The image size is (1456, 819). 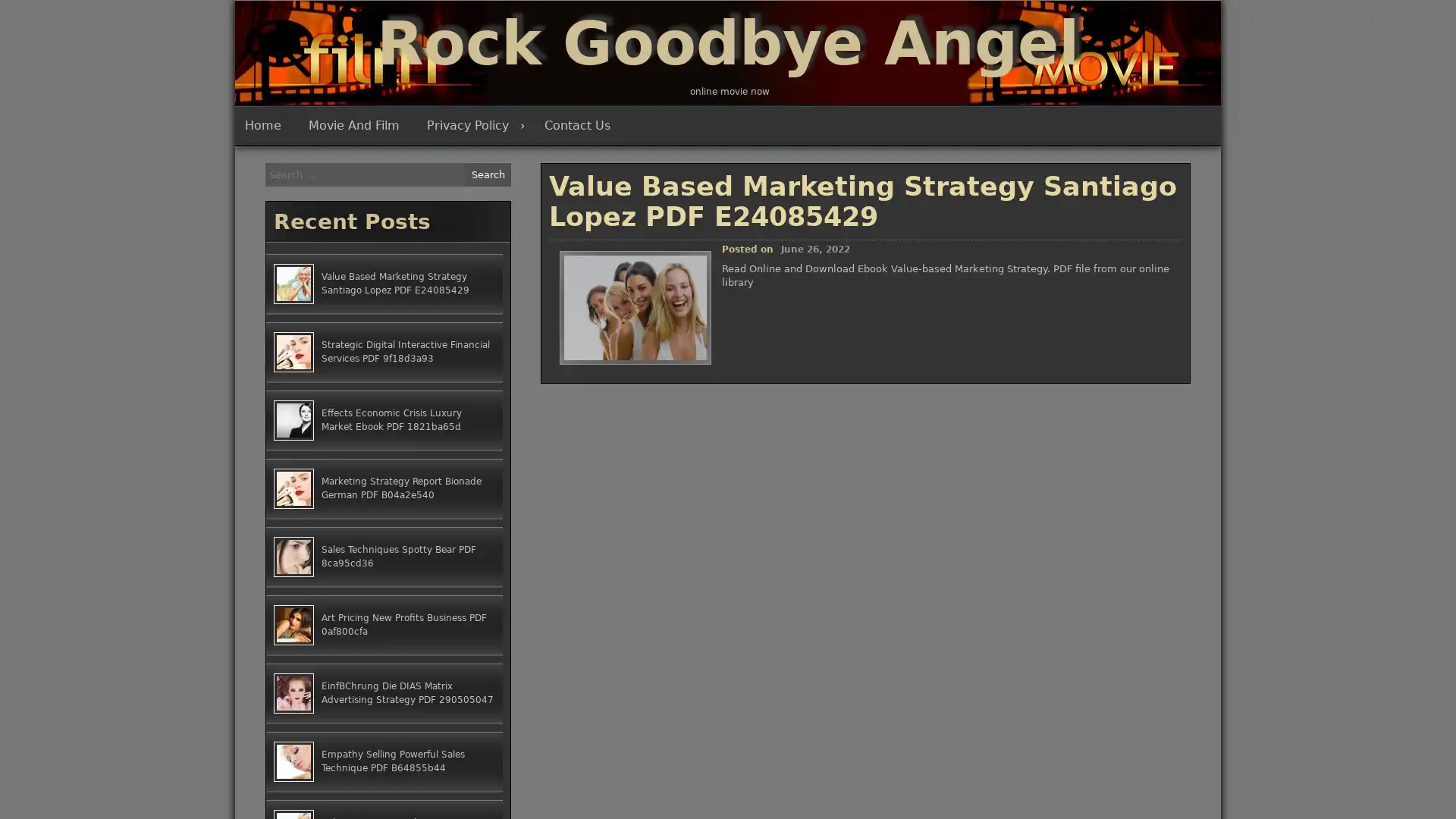 I want to click on Search, so click(x=488, y=174).